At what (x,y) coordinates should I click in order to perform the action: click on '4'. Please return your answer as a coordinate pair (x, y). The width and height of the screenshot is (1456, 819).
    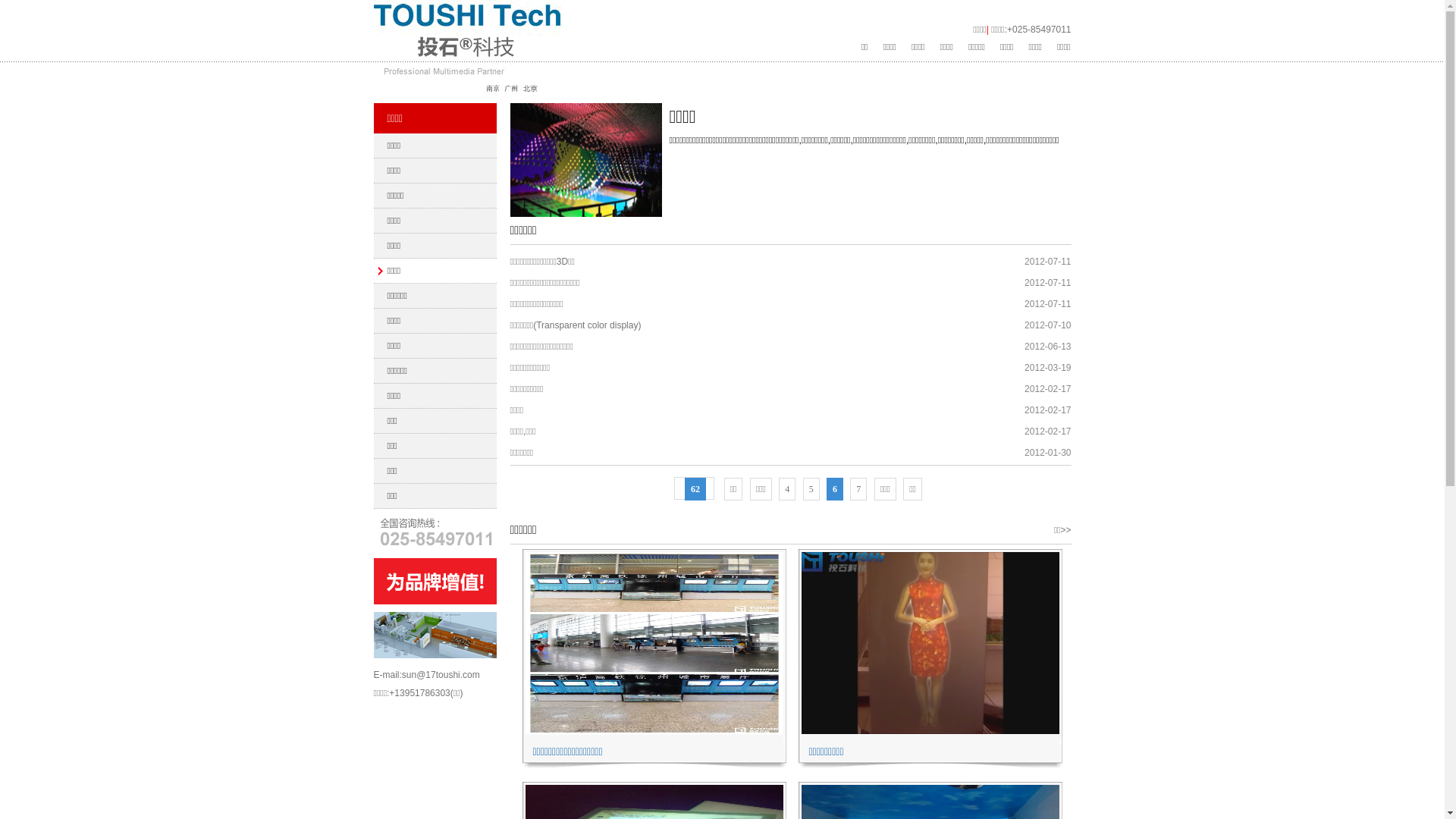
    Looking at the image, I should click on (786, 488).